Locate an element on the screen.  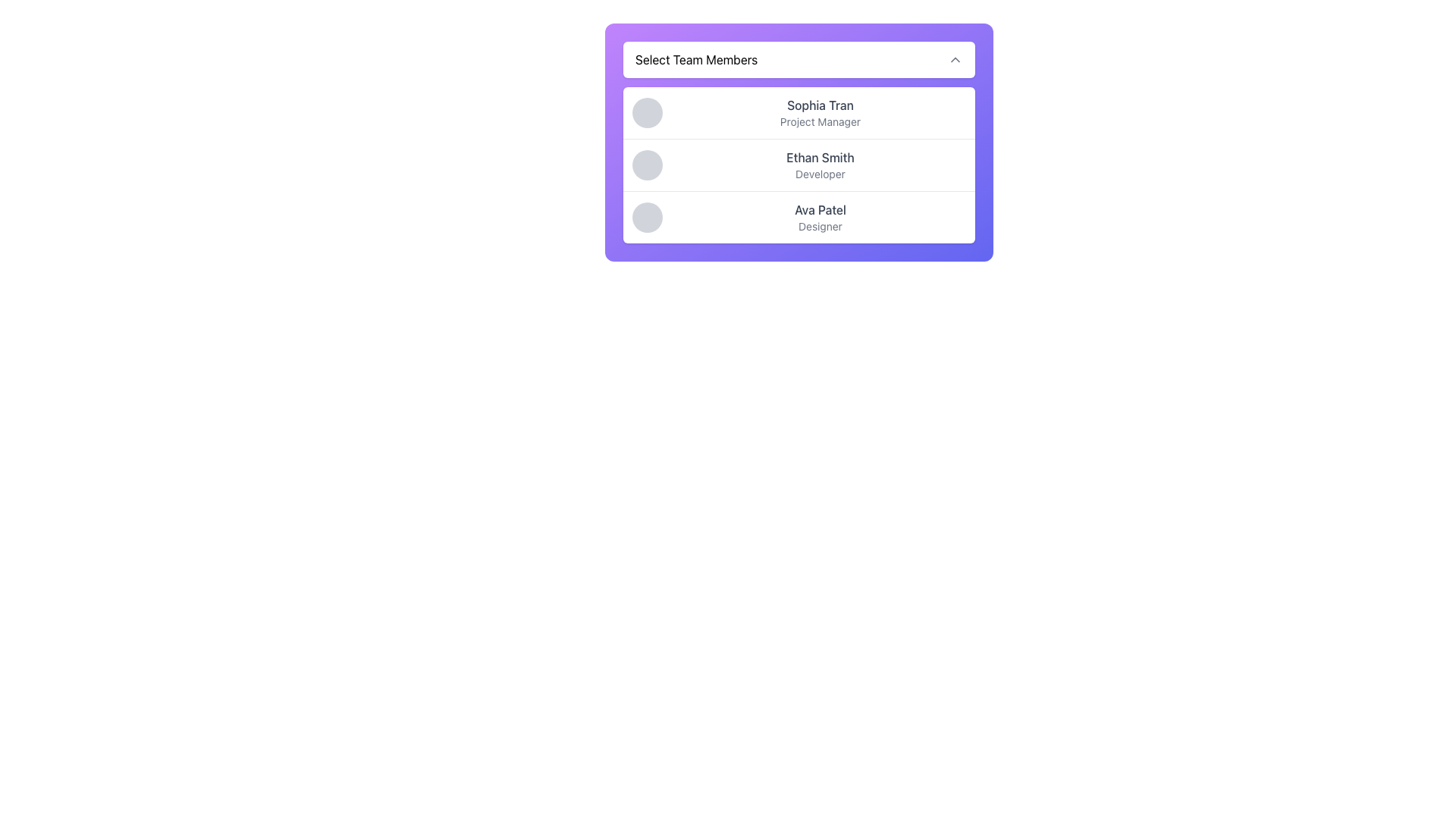
the third selectable list item displaying 'Ava Patel' with a circular gray profile icon to interact with it is located at coordinates (799, 217).